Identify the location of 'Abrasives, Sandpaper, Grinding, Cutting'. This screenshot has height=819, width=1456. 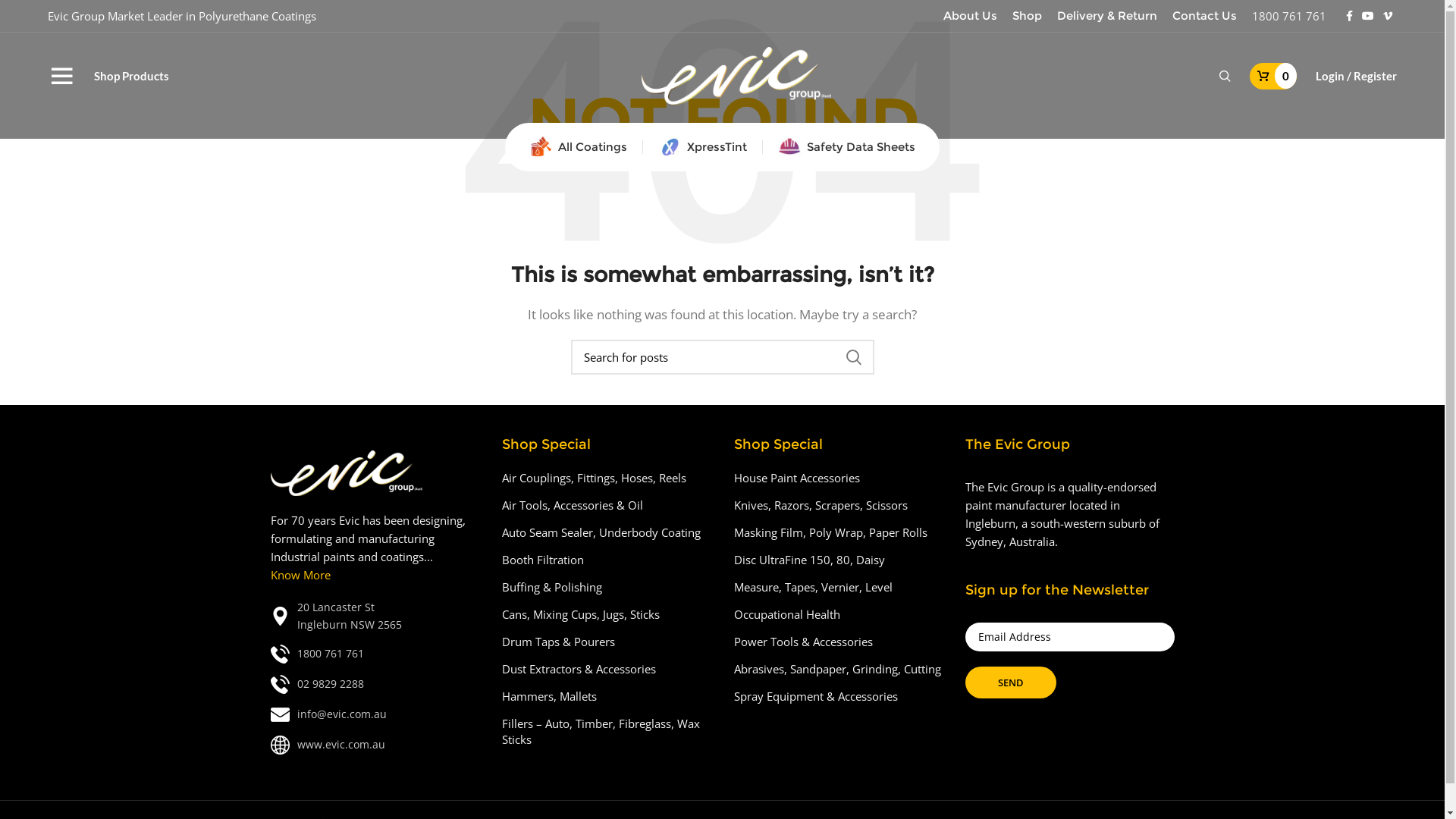
(837, 668).